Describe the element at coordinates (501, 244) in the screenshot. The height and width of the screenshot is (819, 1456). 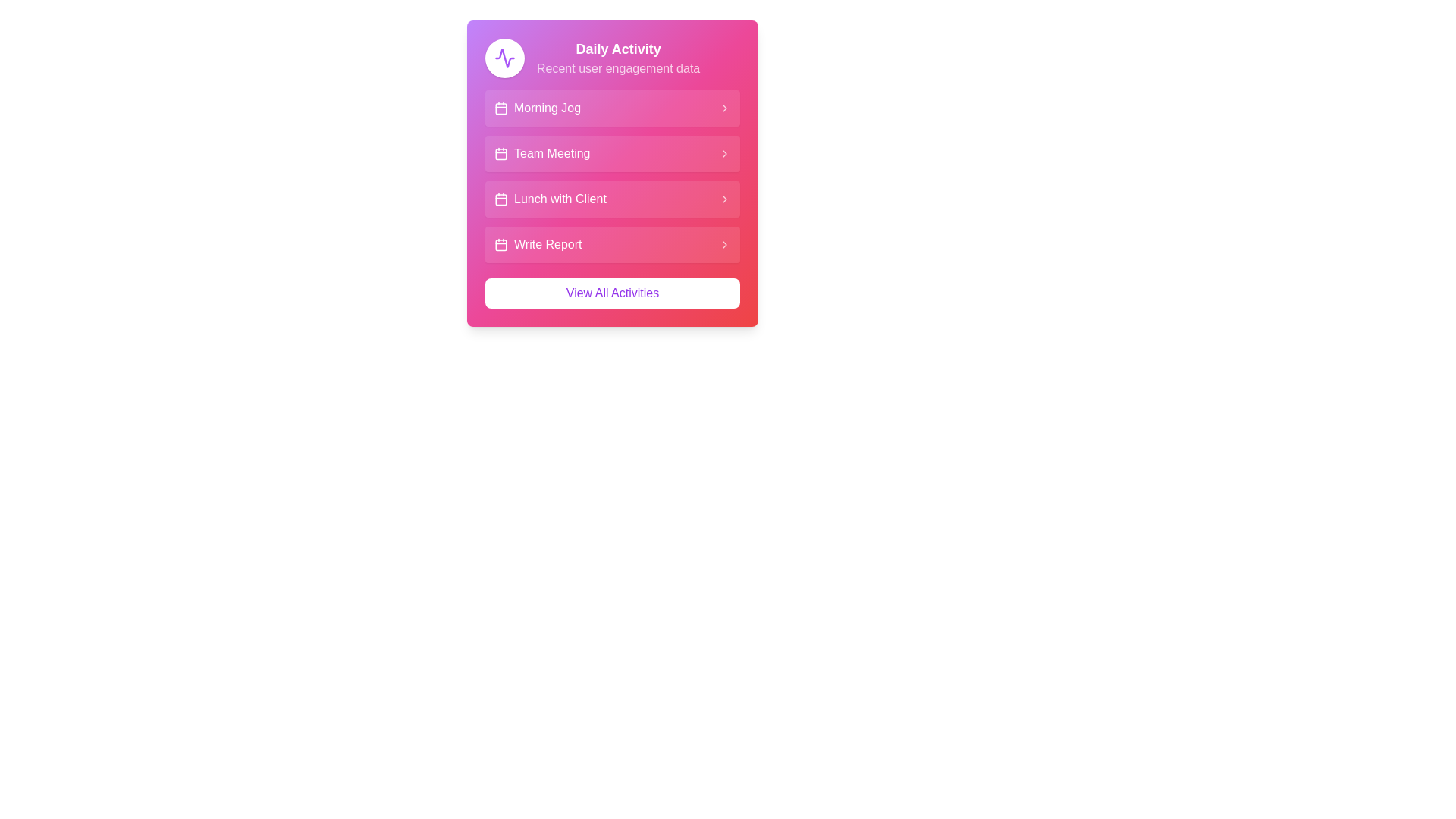
I see `the inner rectangle of the calendar icon associated with the 'Write Report' activity, which is the fourth item in the list of activities` at that location.